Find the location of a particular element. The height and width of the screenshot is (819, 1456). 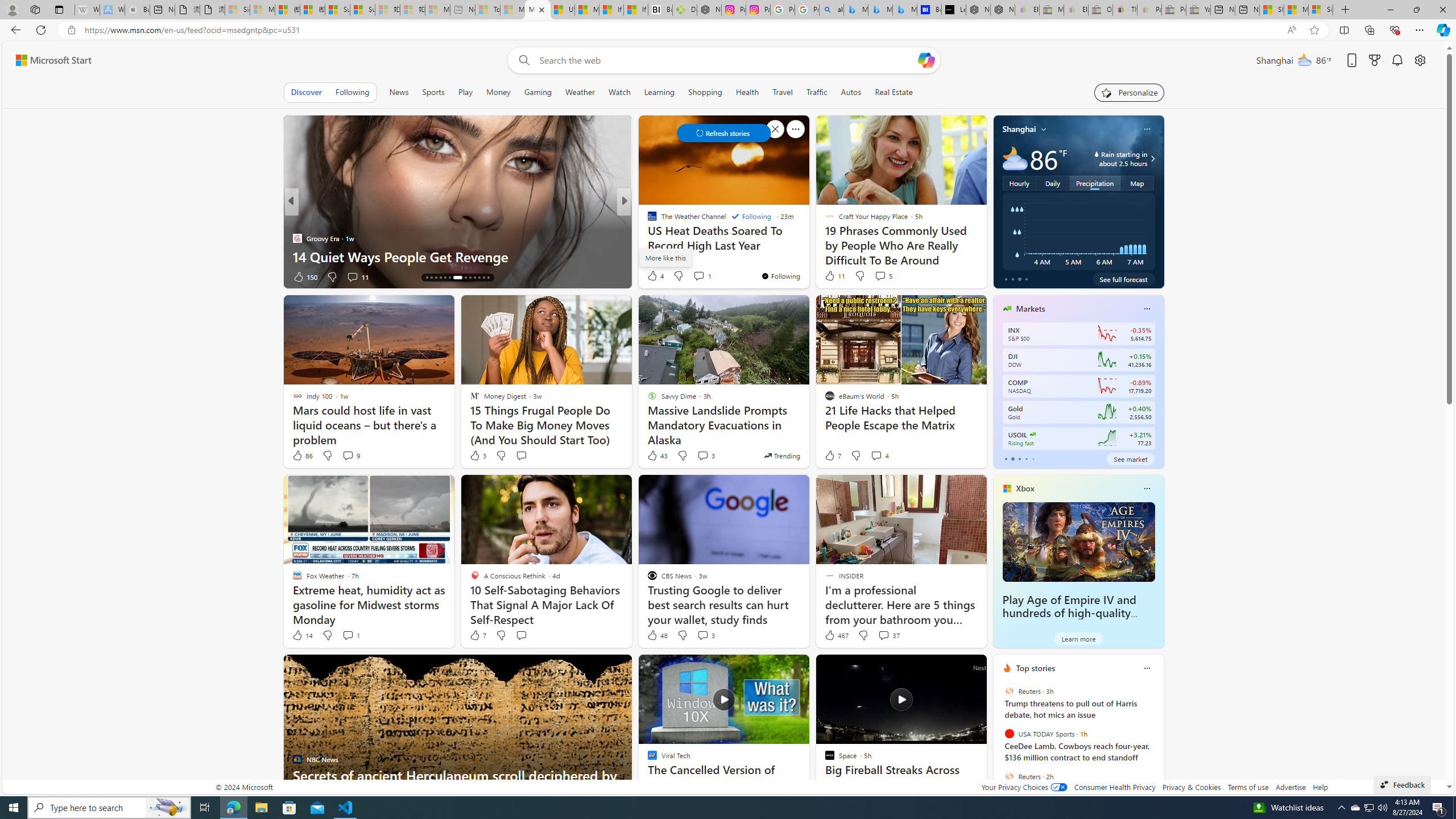

'Mostly cloudy' is located at coordinates (1015, 158).